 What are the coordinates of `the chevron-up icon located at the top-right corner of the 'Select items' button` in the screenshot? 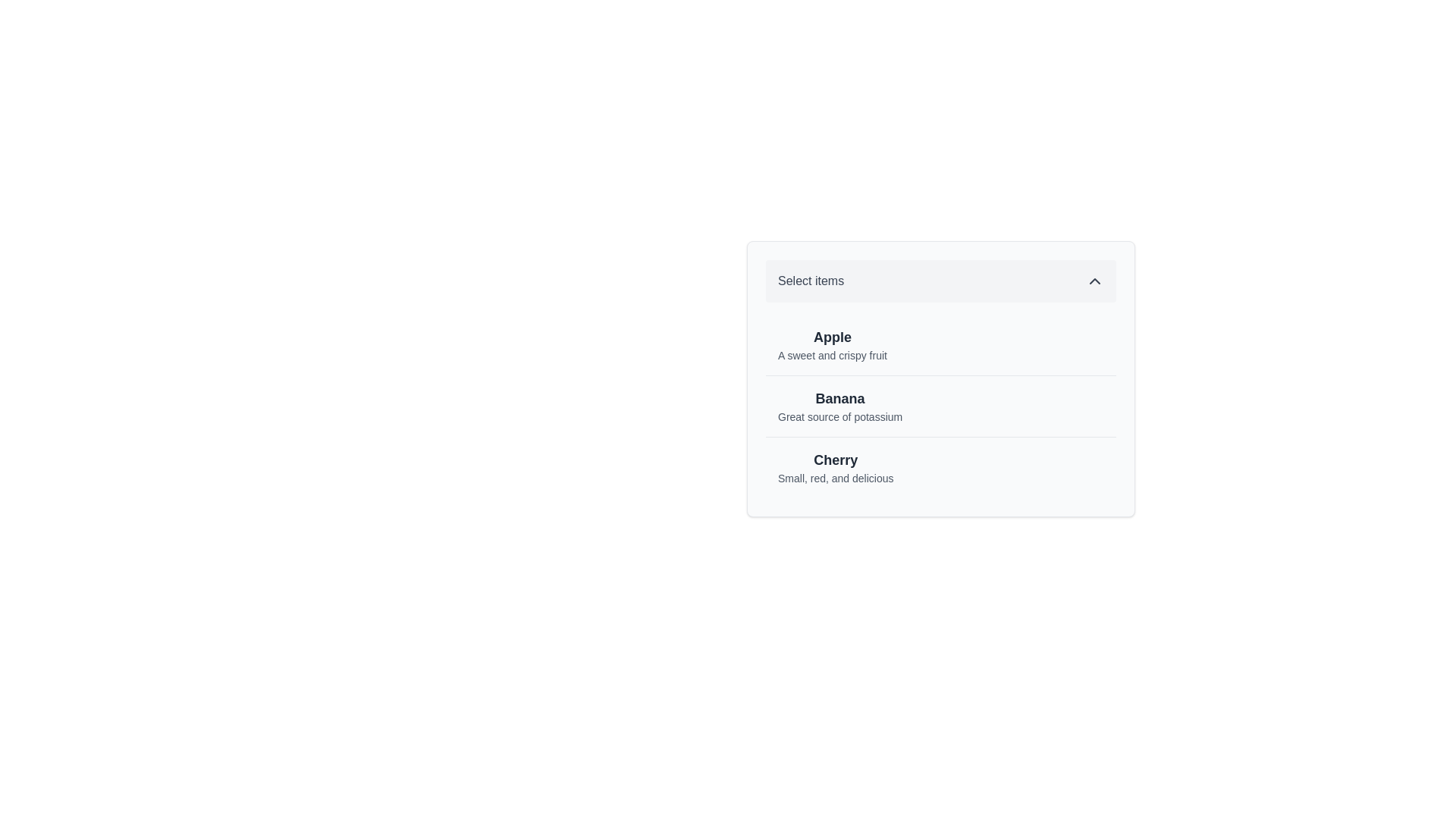 It's located at (1095, 281).